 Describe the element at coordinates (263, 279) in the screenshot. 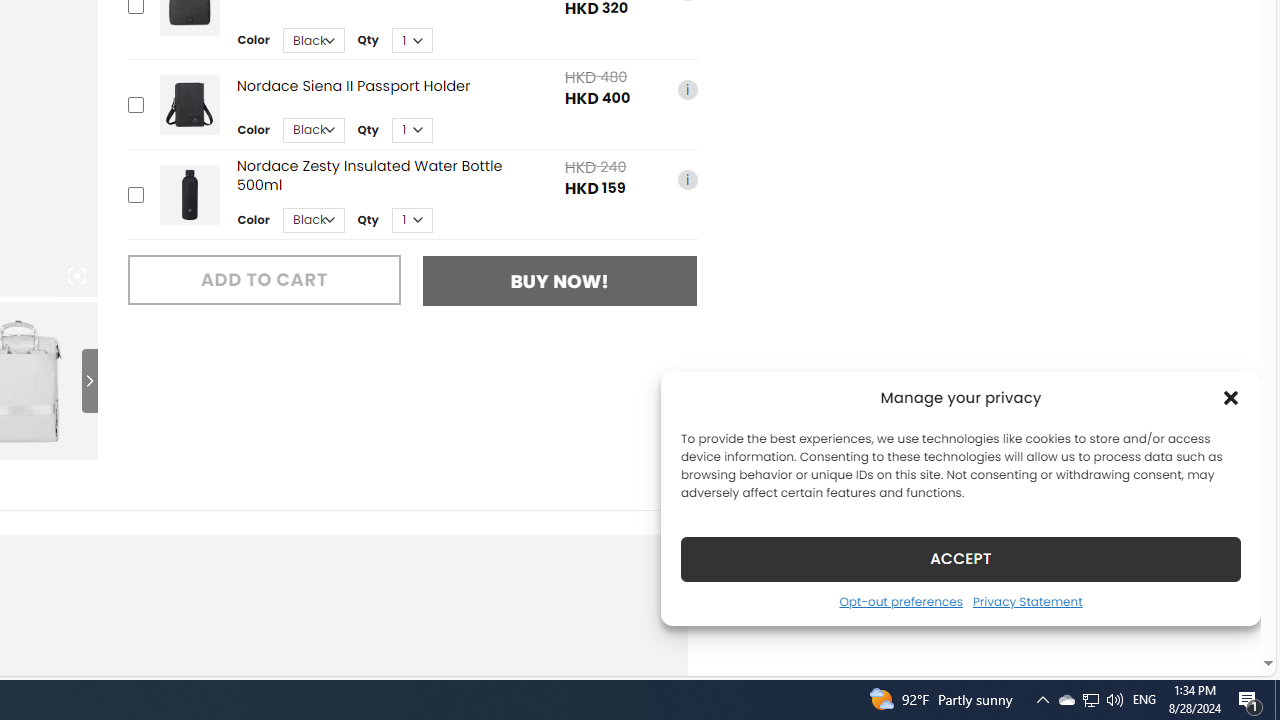

I see `'ADD TO CART'` at that location.